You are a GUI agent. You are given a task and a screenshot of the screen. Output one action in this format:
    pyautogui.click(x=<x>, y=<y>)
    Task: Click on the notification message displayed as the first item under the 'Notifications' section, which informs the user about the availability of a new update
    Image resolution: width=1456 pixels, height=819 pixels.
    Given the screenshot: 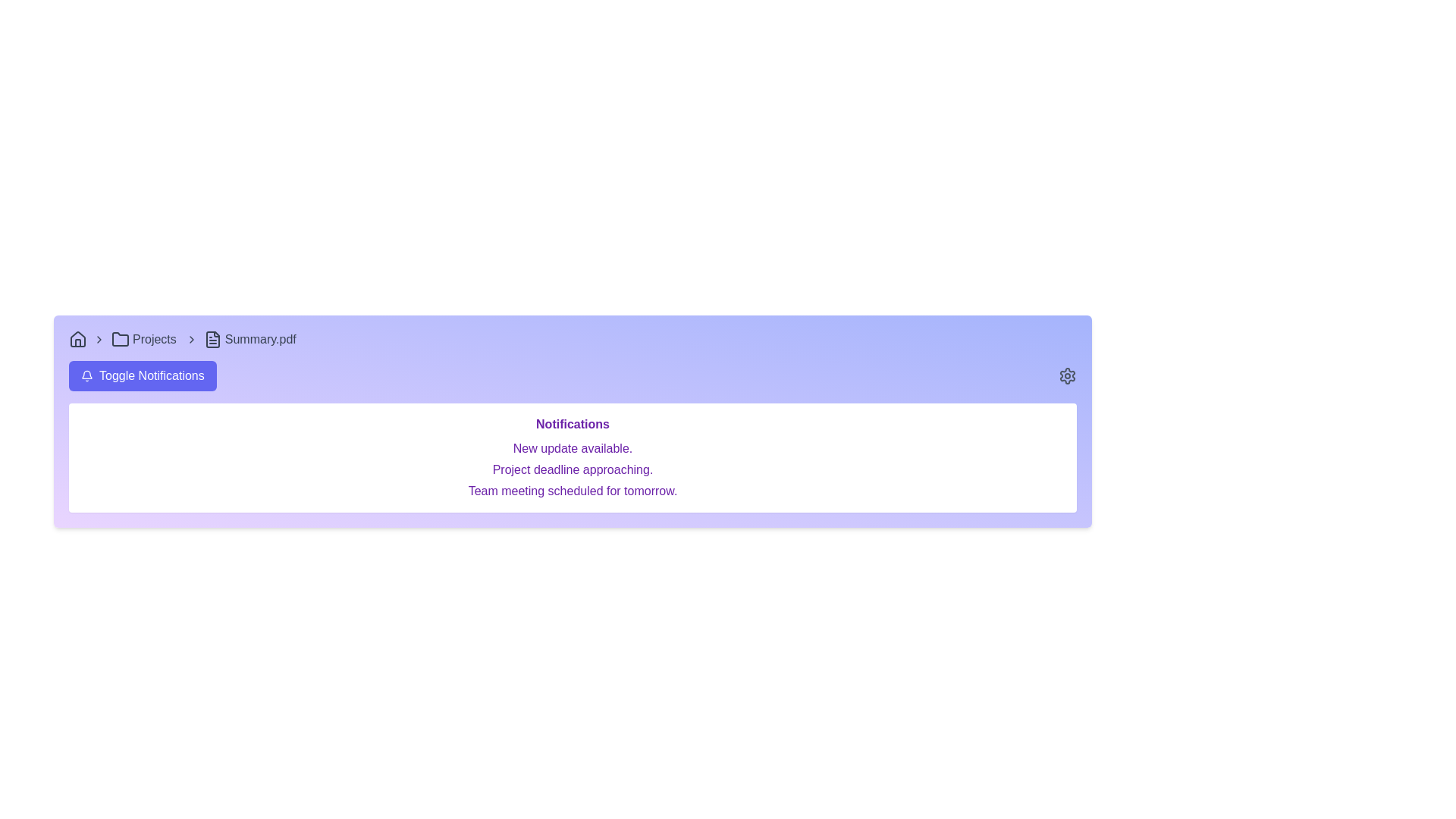 What is the action you would take?
    pyautogui.click(x=572, y=447)
    